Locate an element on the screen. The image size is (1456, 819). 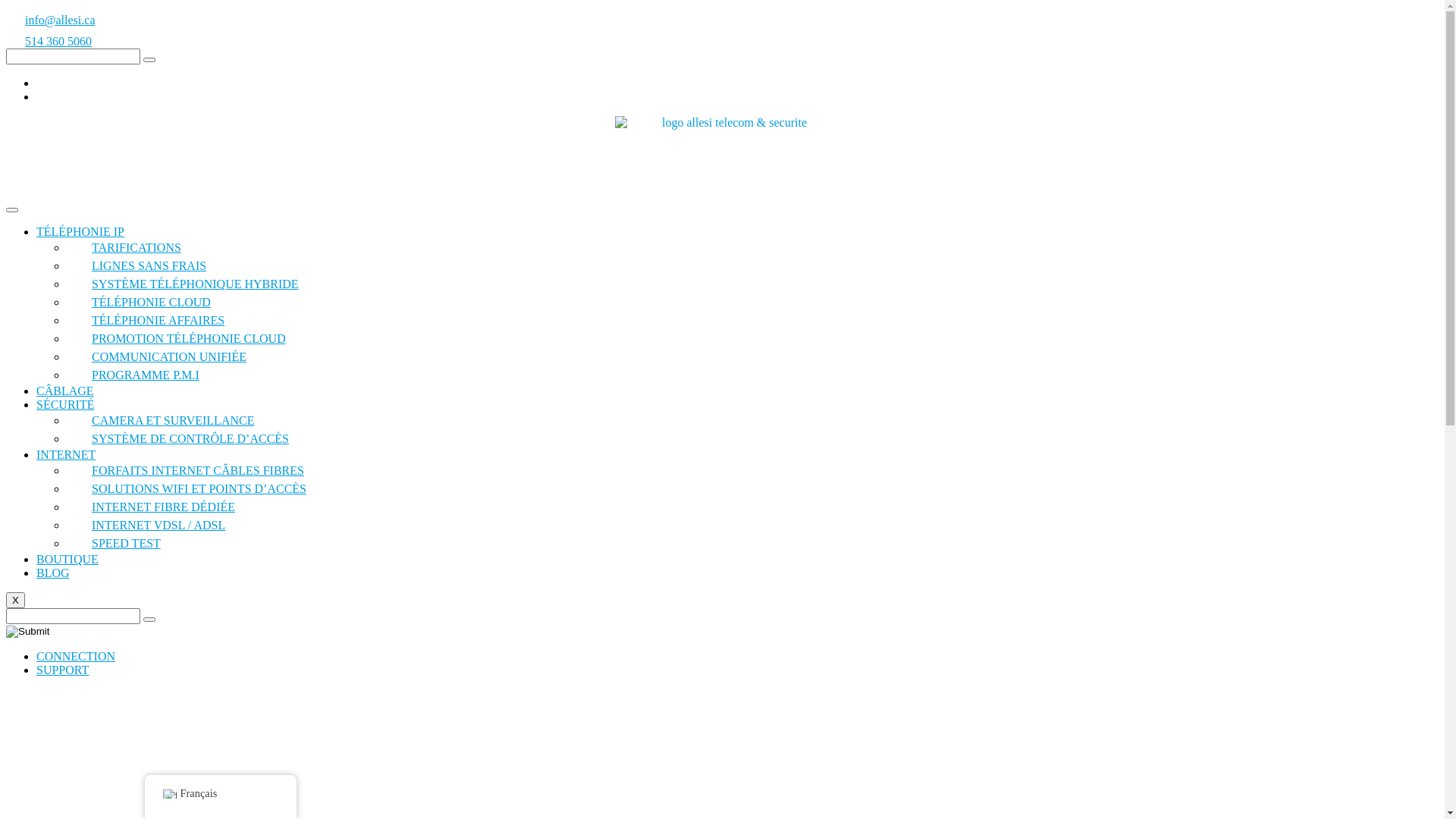
'BLOG' is located at coordinates (53, 573).